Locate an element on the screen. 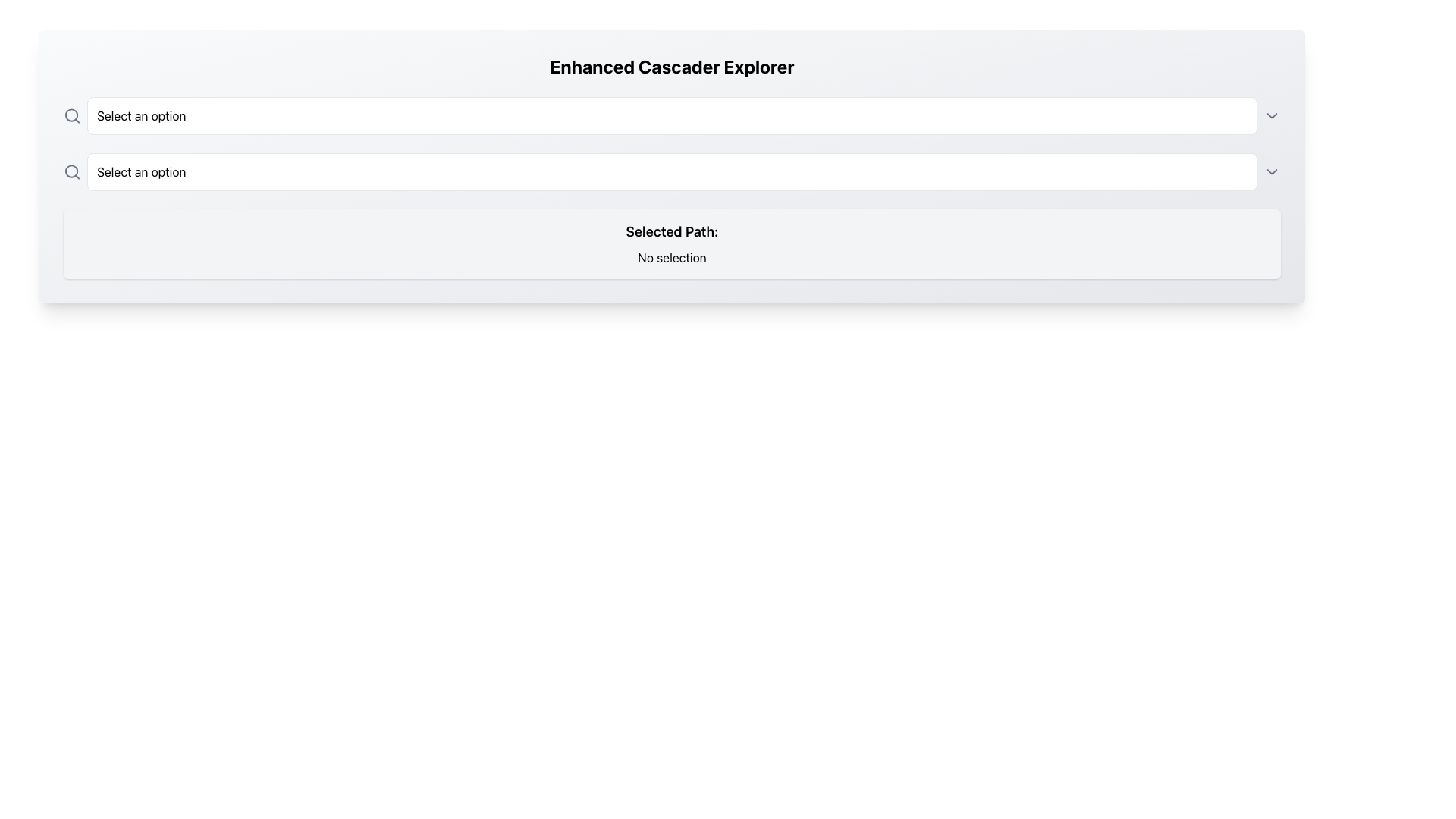  the Dropdown icon located on the far right of the input field below the header label 'Enhanced Cascader Explorer' is located at coordinates (1272, 115).